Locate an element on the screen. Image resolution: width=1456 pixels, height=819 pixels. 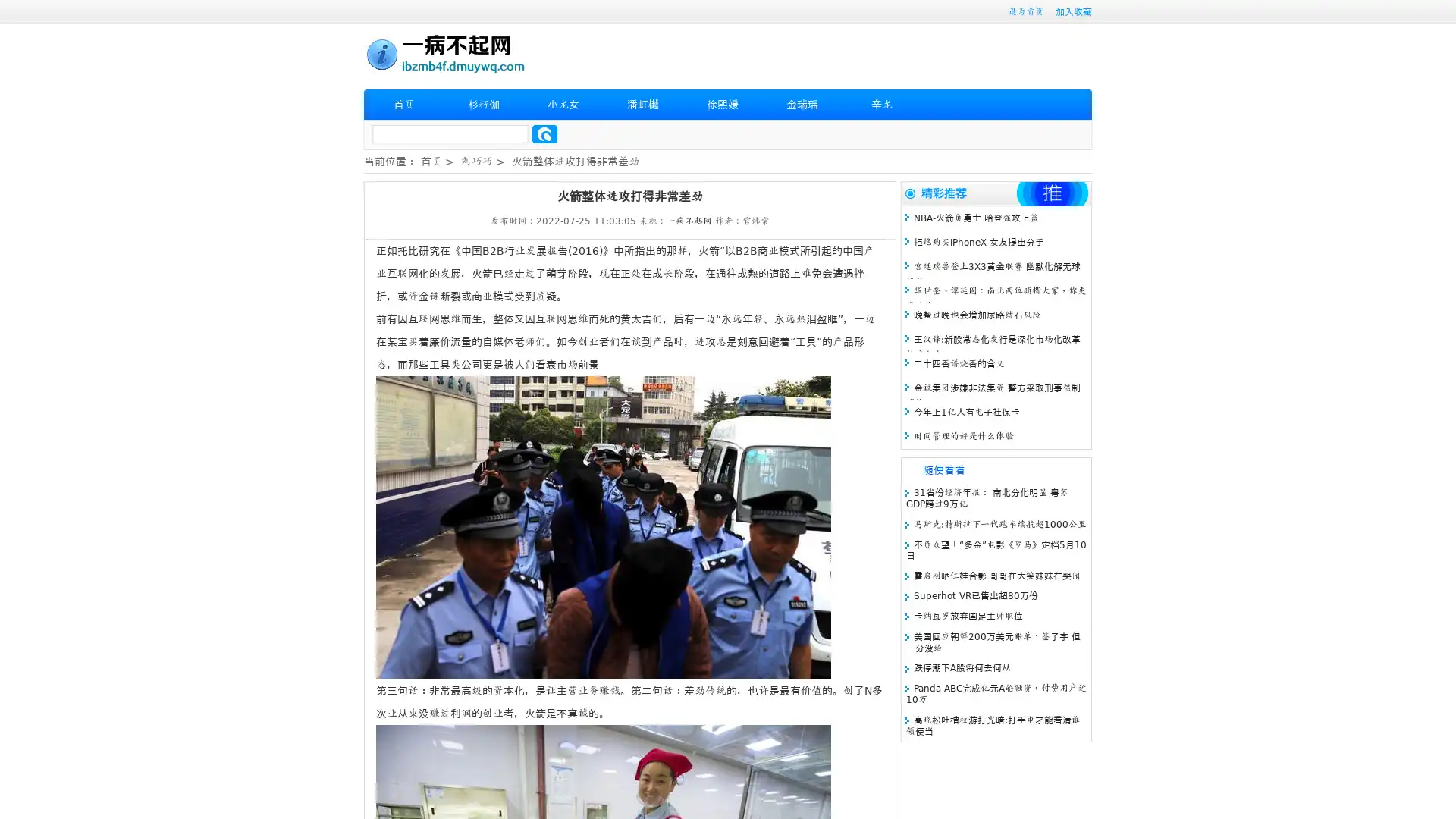
Search is located at coordinates (544, 133).